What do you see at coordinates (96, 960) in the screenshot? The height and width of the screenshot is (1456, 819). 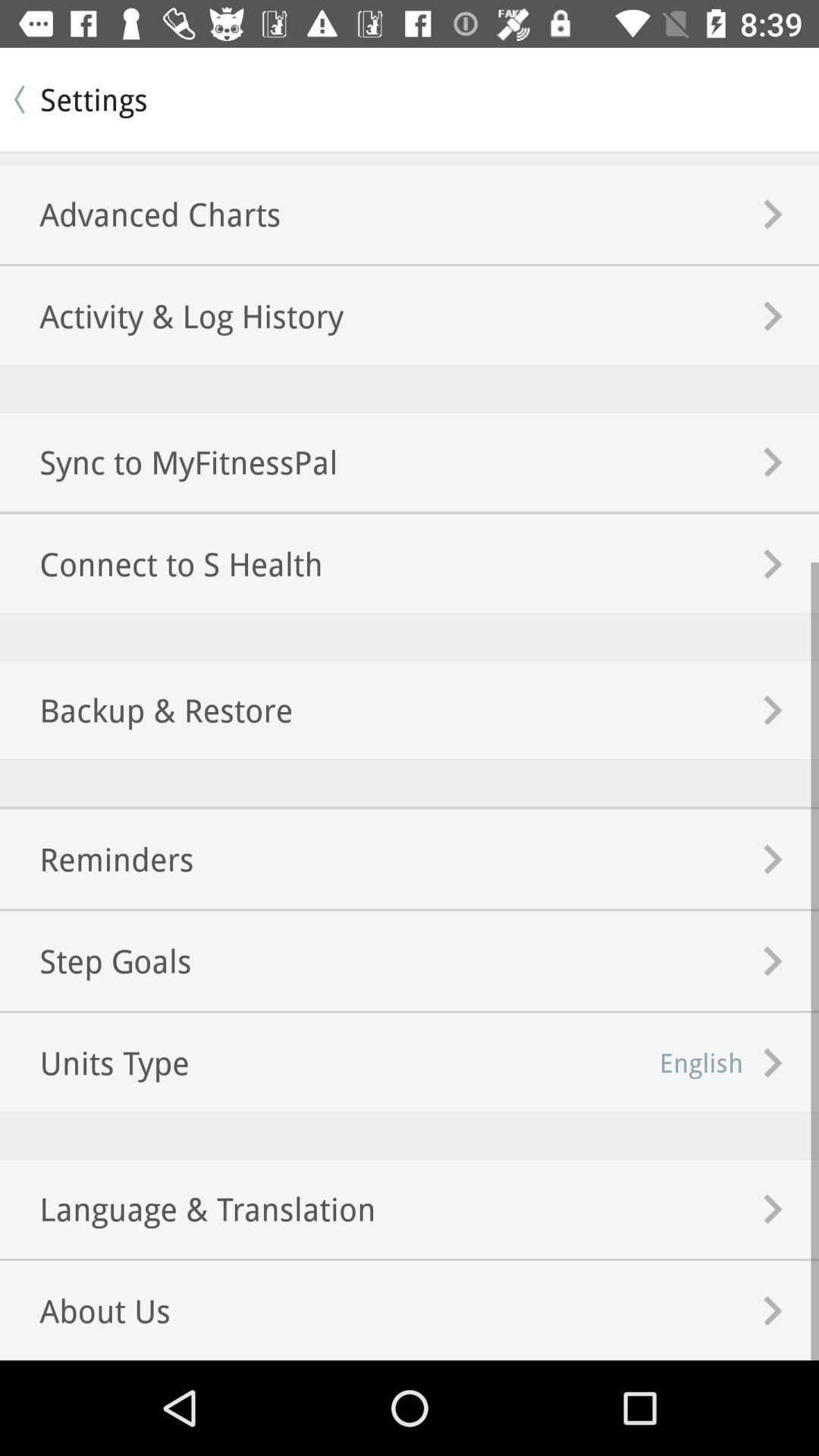 I see `the step goals icon` at bounding box center [96, 960].